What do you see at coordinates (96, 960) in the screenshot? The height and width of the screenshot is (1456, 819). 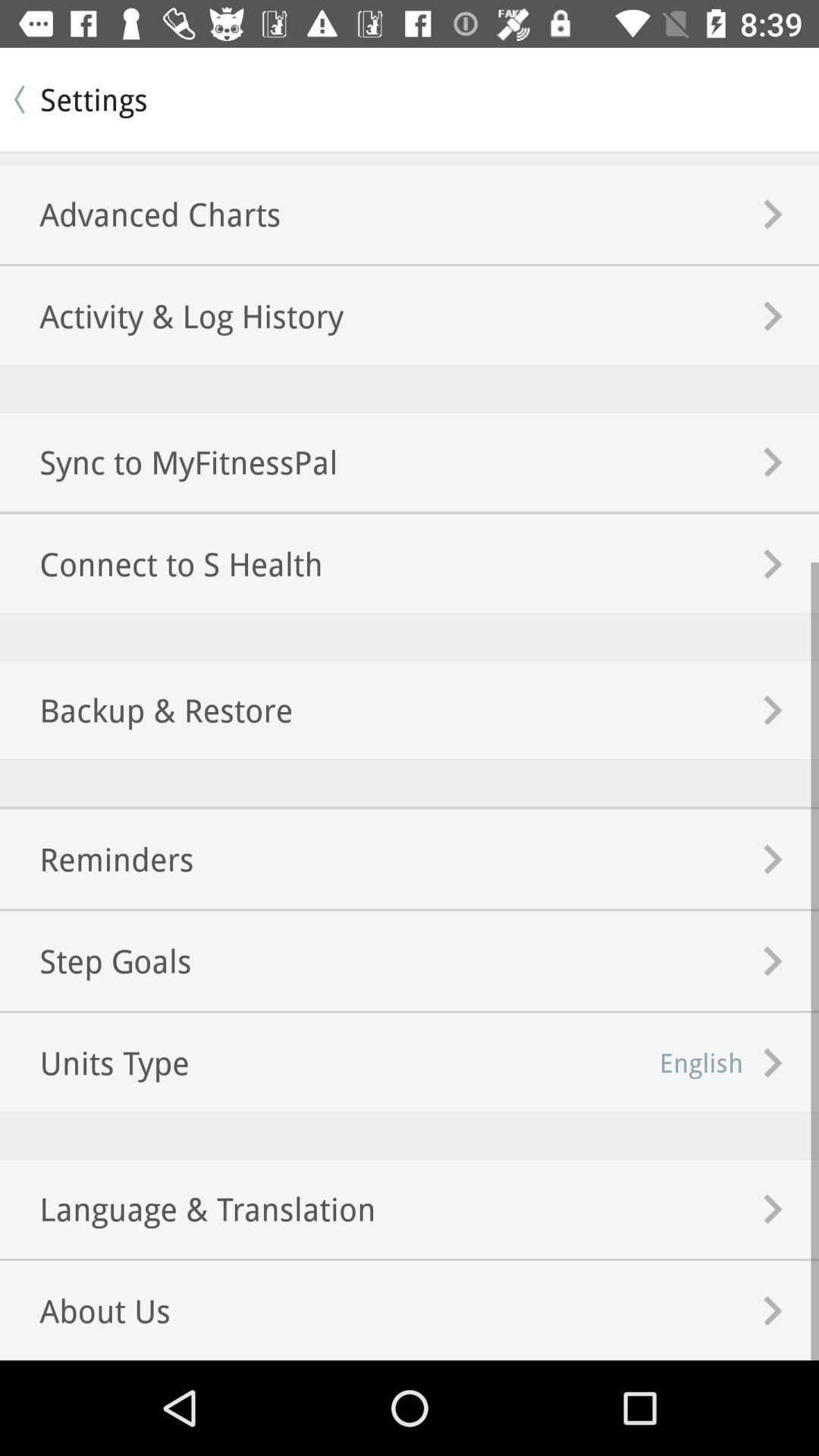 I see `the step goals icon` at bounding box center [96, 960].